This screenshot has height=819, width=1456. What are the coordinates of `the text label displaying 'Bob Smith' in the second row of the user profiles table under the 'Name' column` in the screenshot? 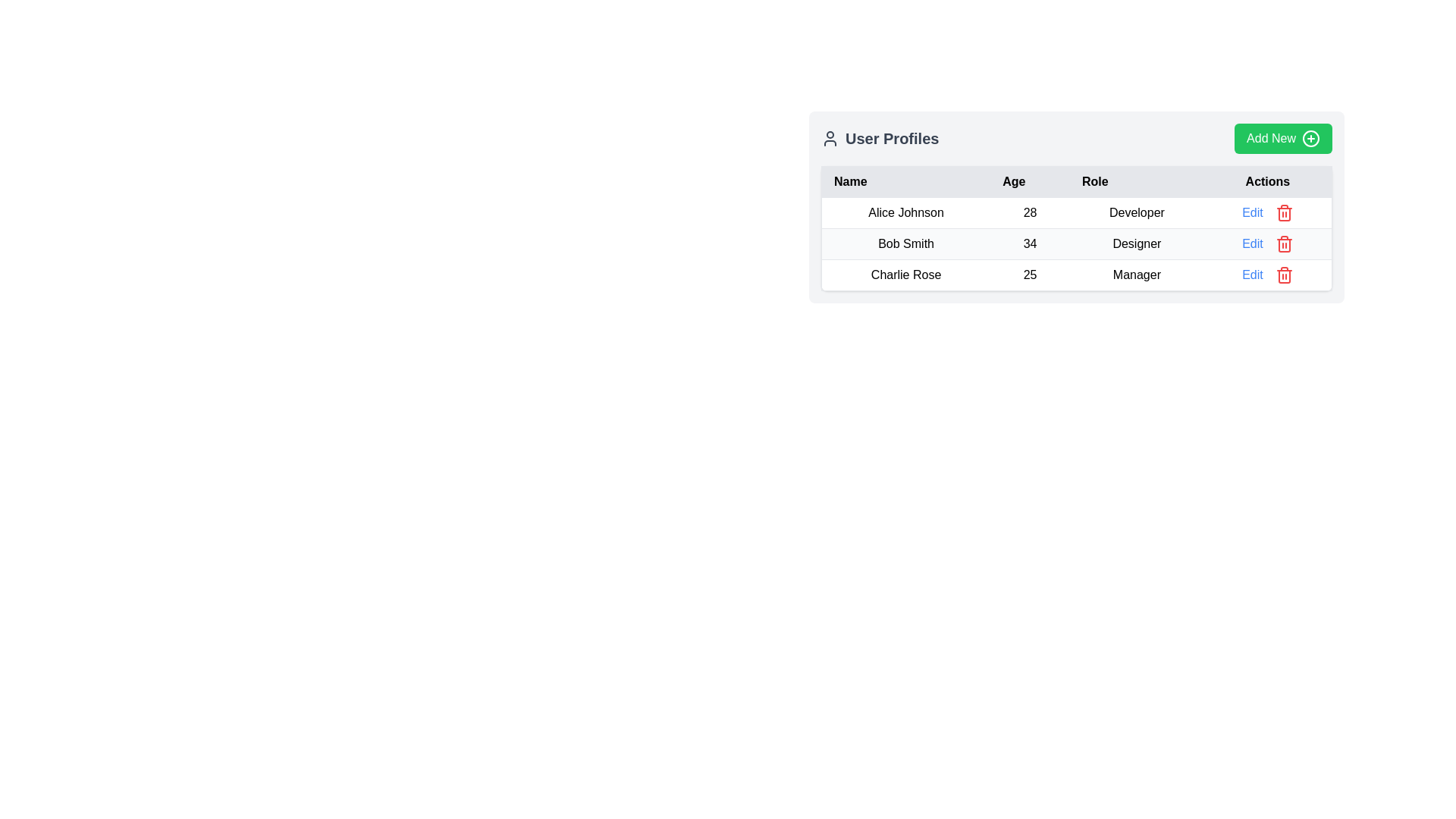 It's located at (905, 243).